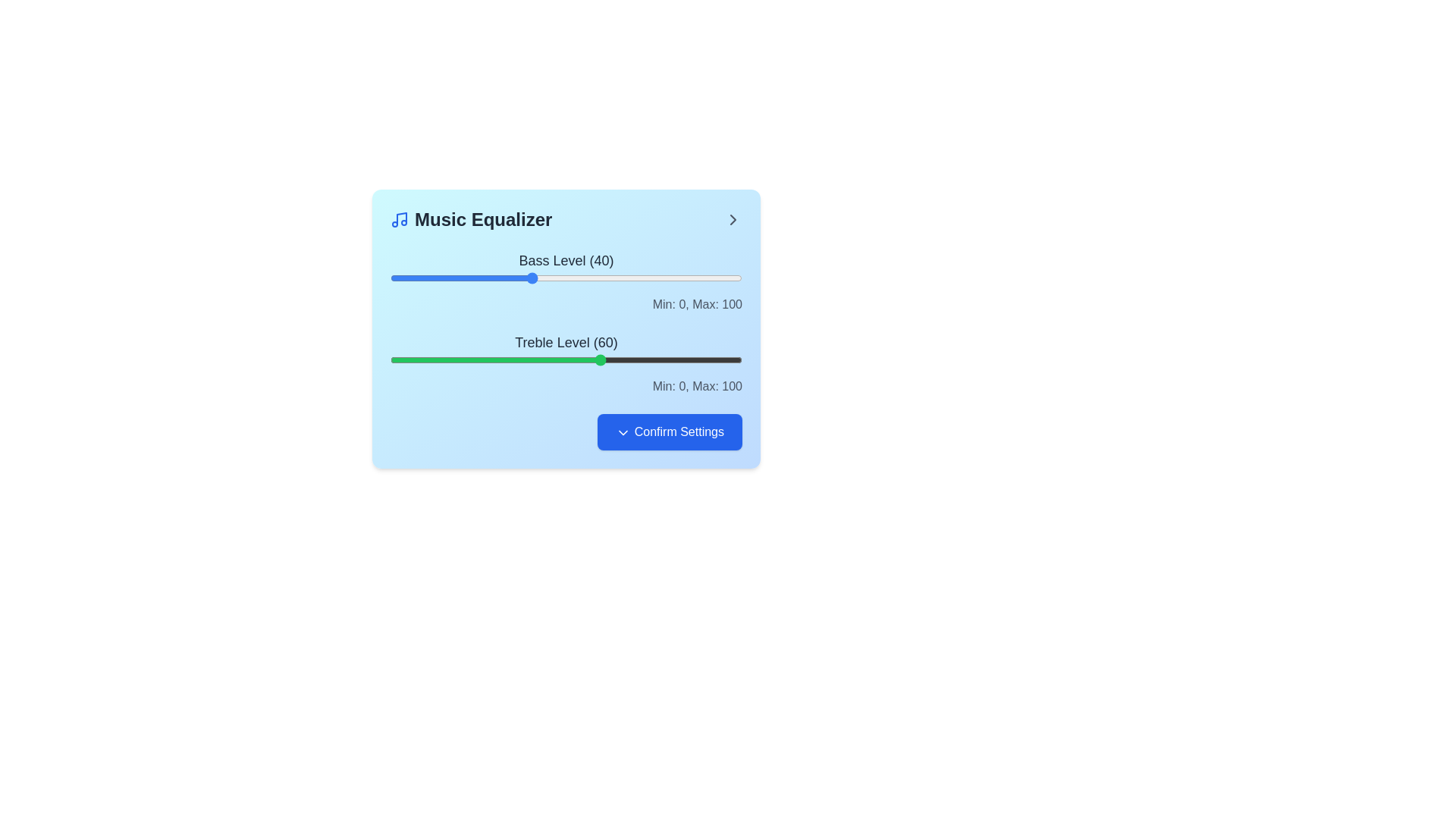 The height and width of the screenshot is (819, 1456). What do you see at coordinates (400, 219) in the screenshot?
I see `the music equalizer icon located to the left of the 'Music Equalizer' text in the header of the panel` at bounding box center [400, 219].